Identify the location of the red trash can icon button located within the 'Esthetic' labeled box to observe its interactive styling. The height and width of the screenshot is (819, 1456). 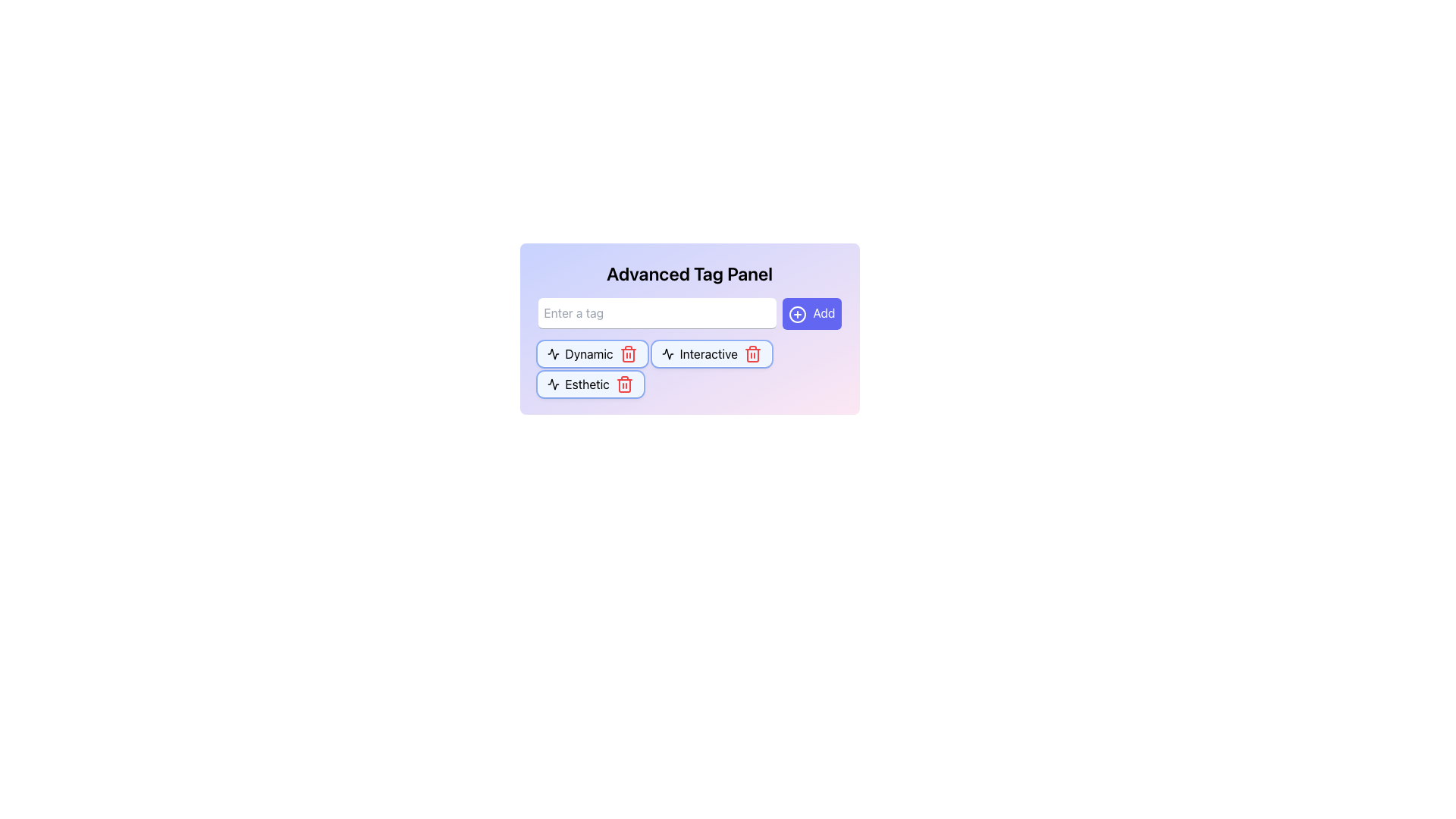
(624, 383).